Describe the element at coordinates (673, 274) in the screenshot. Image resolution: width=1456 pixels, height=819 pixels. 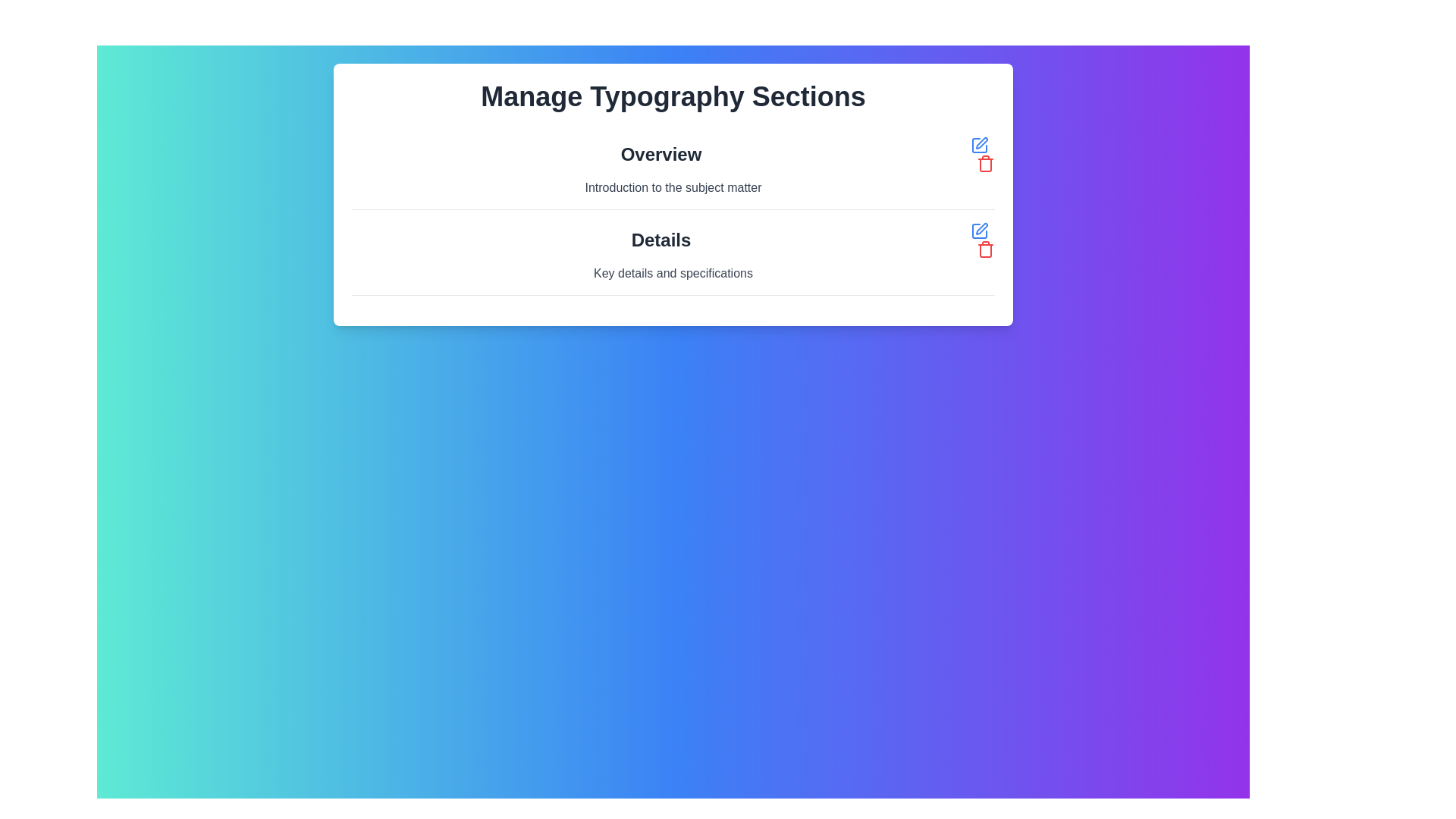
I see `the text label that provides additional information about the 'Details' section, which is the second item listed below the bold 'Details' heading` at that location.